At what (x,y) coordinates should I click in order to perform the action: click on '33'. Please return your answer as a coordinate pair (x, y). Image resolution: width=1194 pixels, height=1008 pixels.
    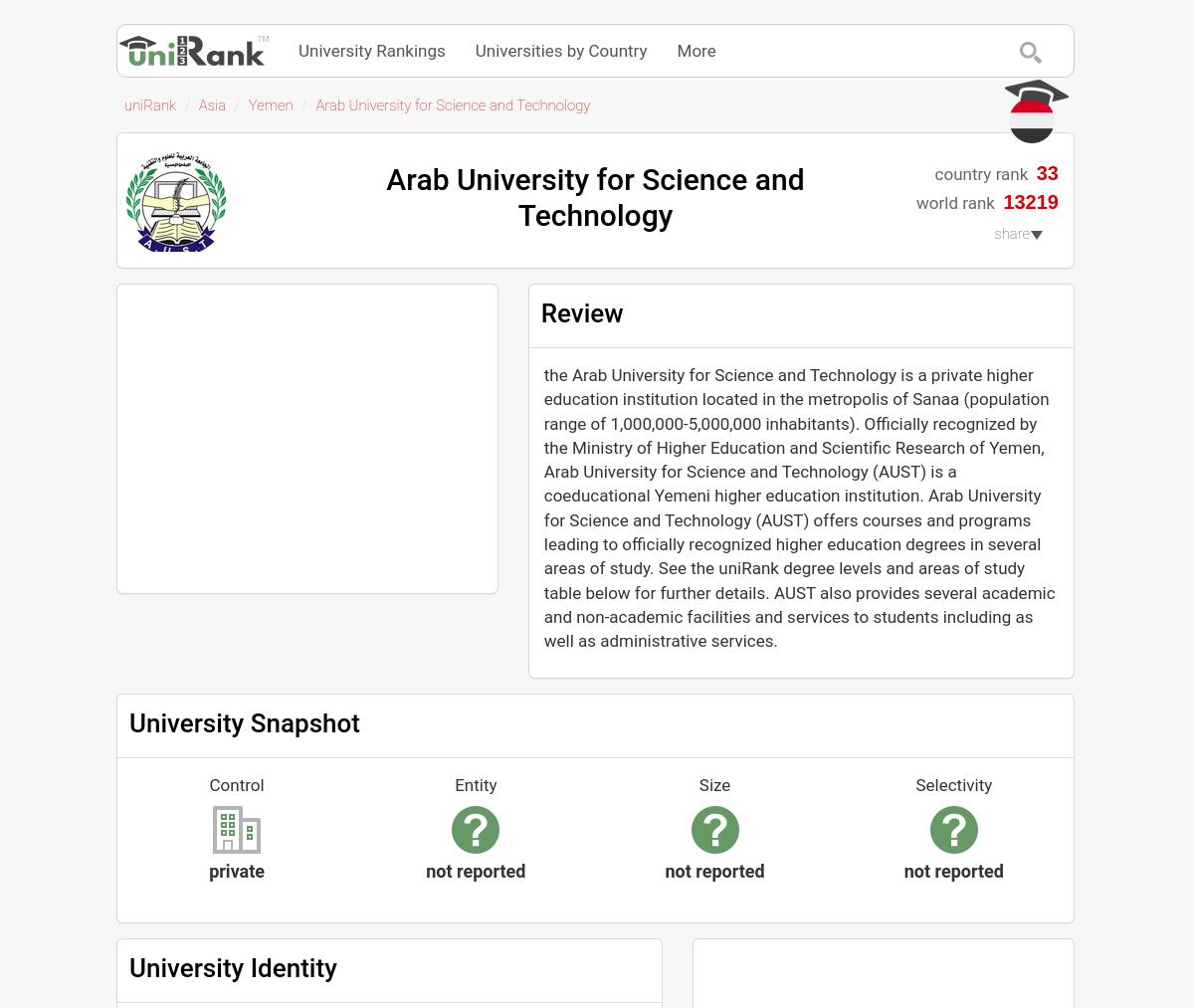
    Looking at the image, I should click on (1046, 173).